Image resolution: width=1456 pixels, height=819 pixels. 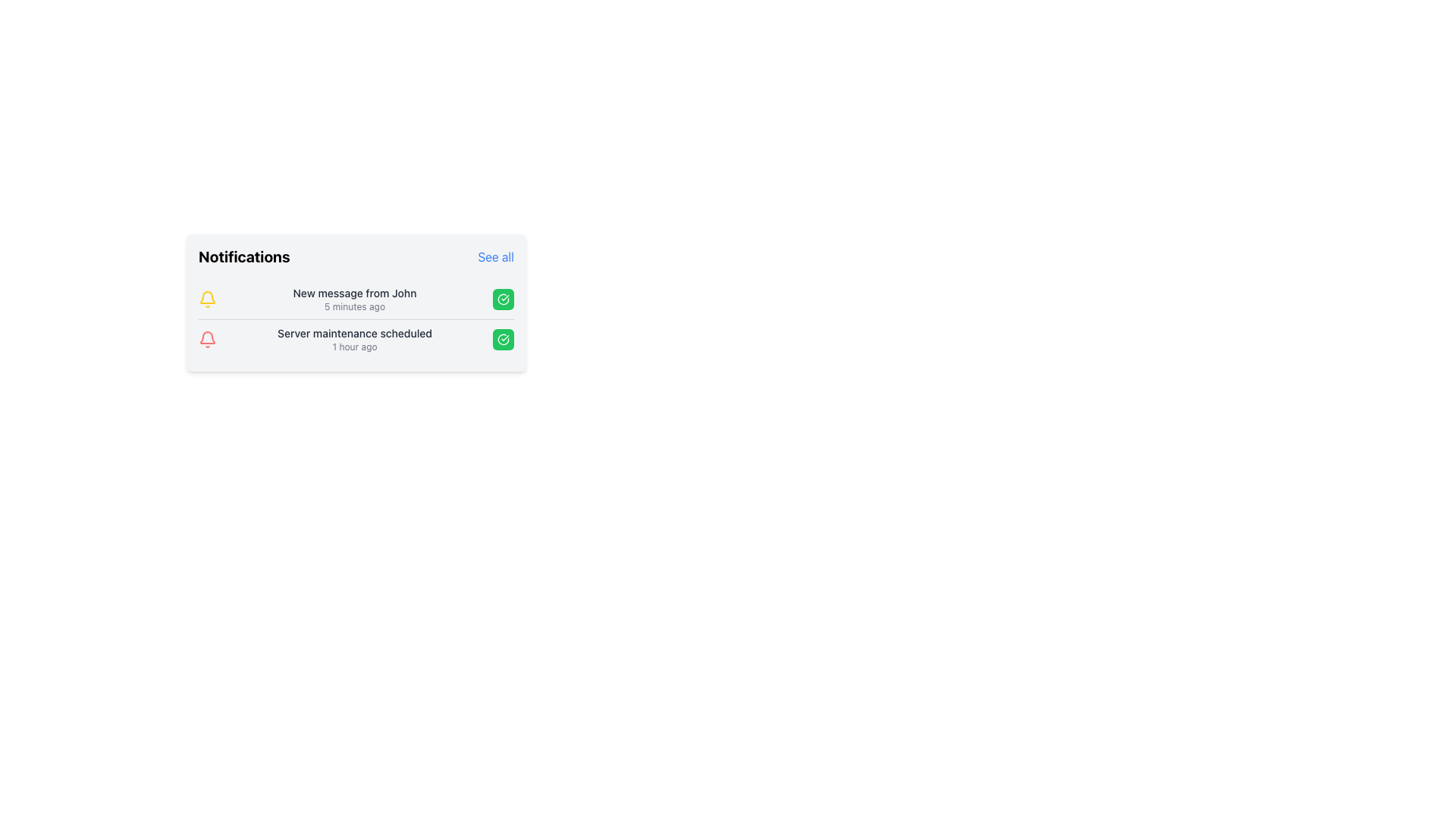 I want to click on the circular outline of the checkmark icon located on the top notification row, at the rightmost side, so click(x=503, y=338).